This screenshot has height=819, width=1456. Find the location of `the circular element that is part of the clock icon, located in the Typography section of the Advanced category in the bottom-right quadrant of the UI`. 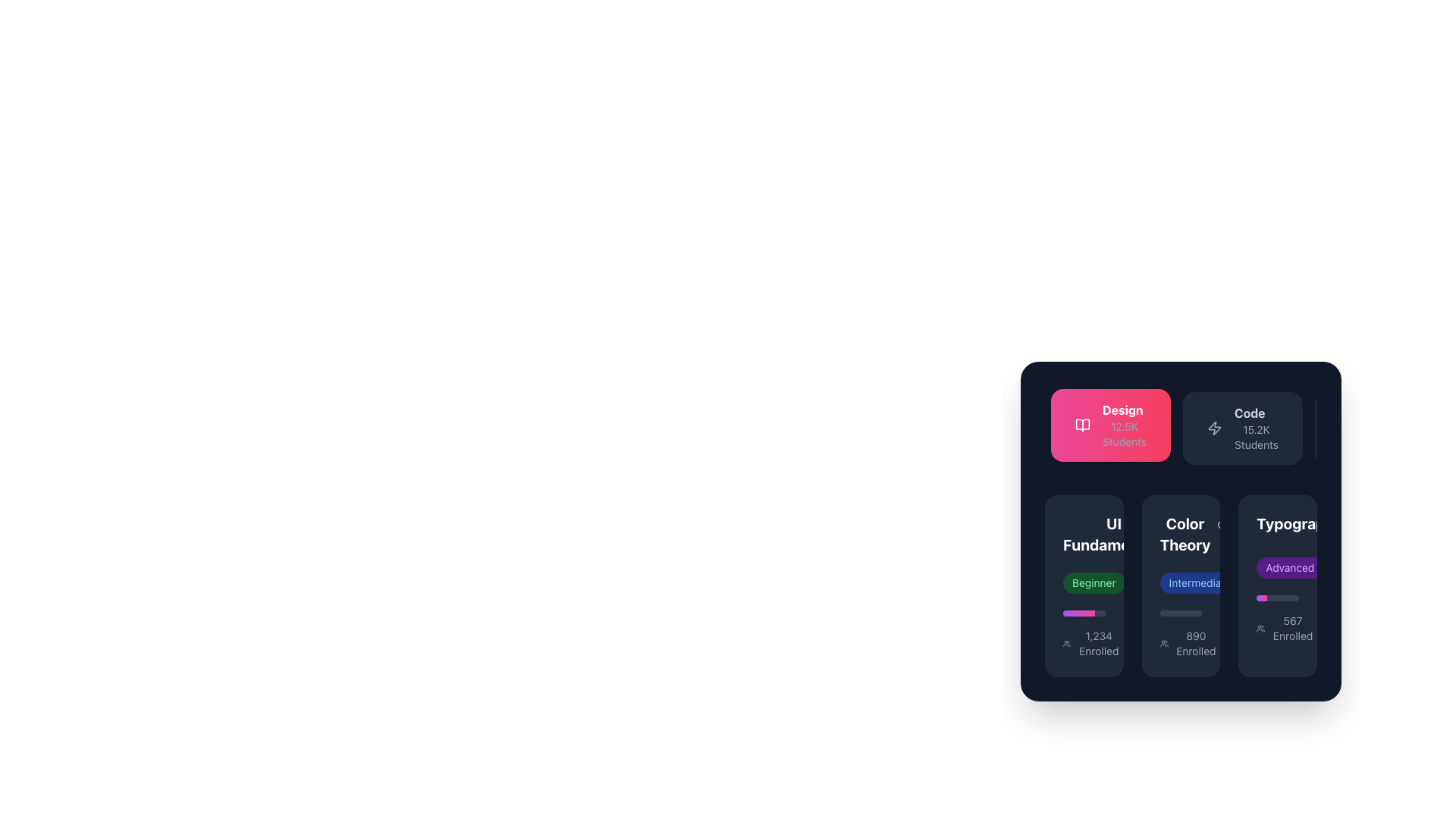

the circular element that is part of the clock icon, located in the Typography section of the Advanced category in the bottom-right quadrant of the UI is located at coordinates (1256, 582).